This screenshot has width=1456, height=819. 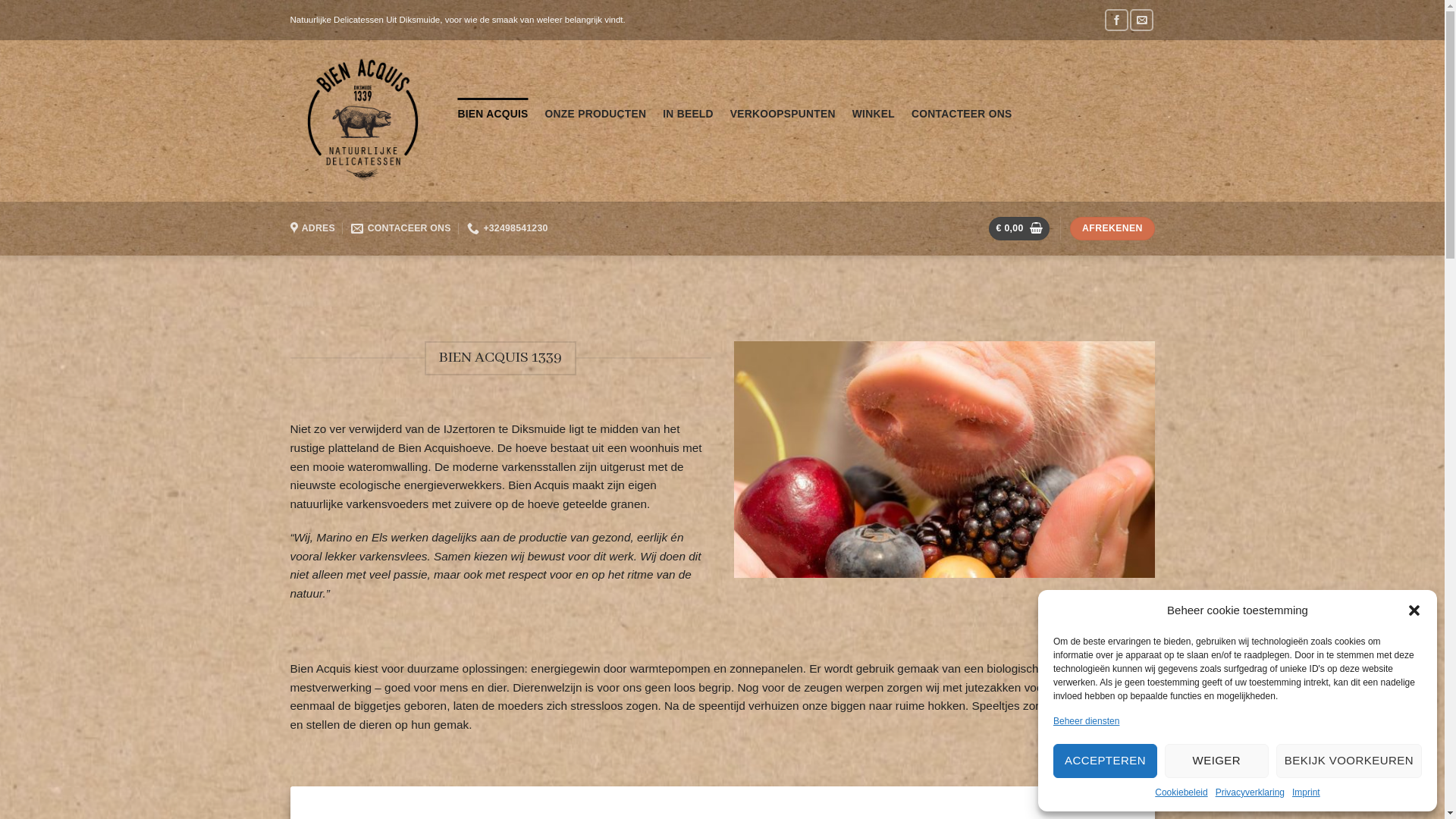 What do you see at coordinates (1164, 761) in the screenshot?
I see `'WEIGER'` at bounding box center [1164, 761].